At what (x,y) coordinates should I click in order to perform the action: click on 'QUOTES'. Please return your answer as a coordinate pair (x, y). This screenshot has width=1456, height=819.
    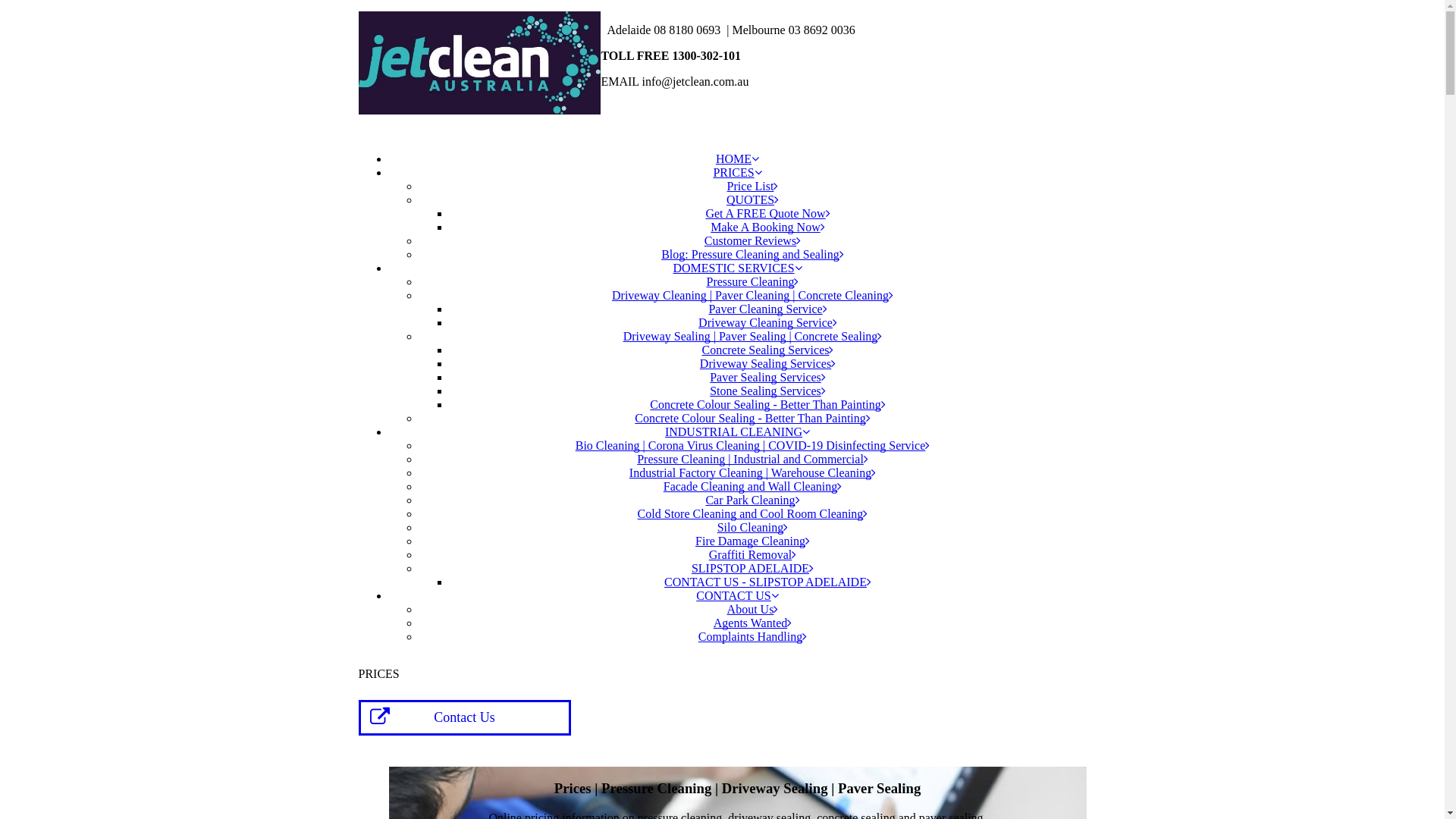
    Looking at the image, I should click on (726, 199).